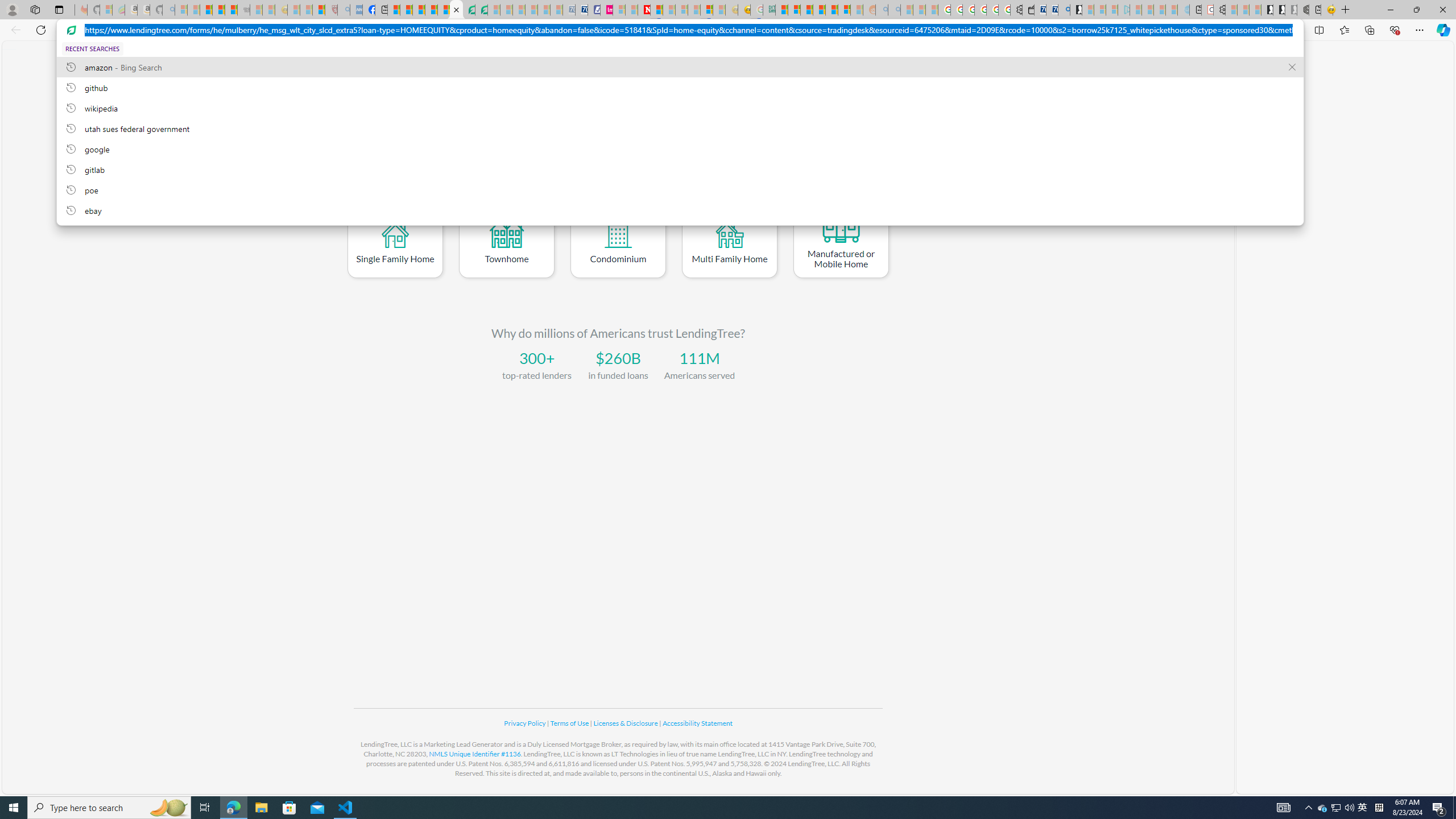 This screenshot has height=819, width=1456. Describe the element at coordinates (606, 9) in the screenshot. I see `'Jobs - lastminute.com Investor Portal'` at that location.